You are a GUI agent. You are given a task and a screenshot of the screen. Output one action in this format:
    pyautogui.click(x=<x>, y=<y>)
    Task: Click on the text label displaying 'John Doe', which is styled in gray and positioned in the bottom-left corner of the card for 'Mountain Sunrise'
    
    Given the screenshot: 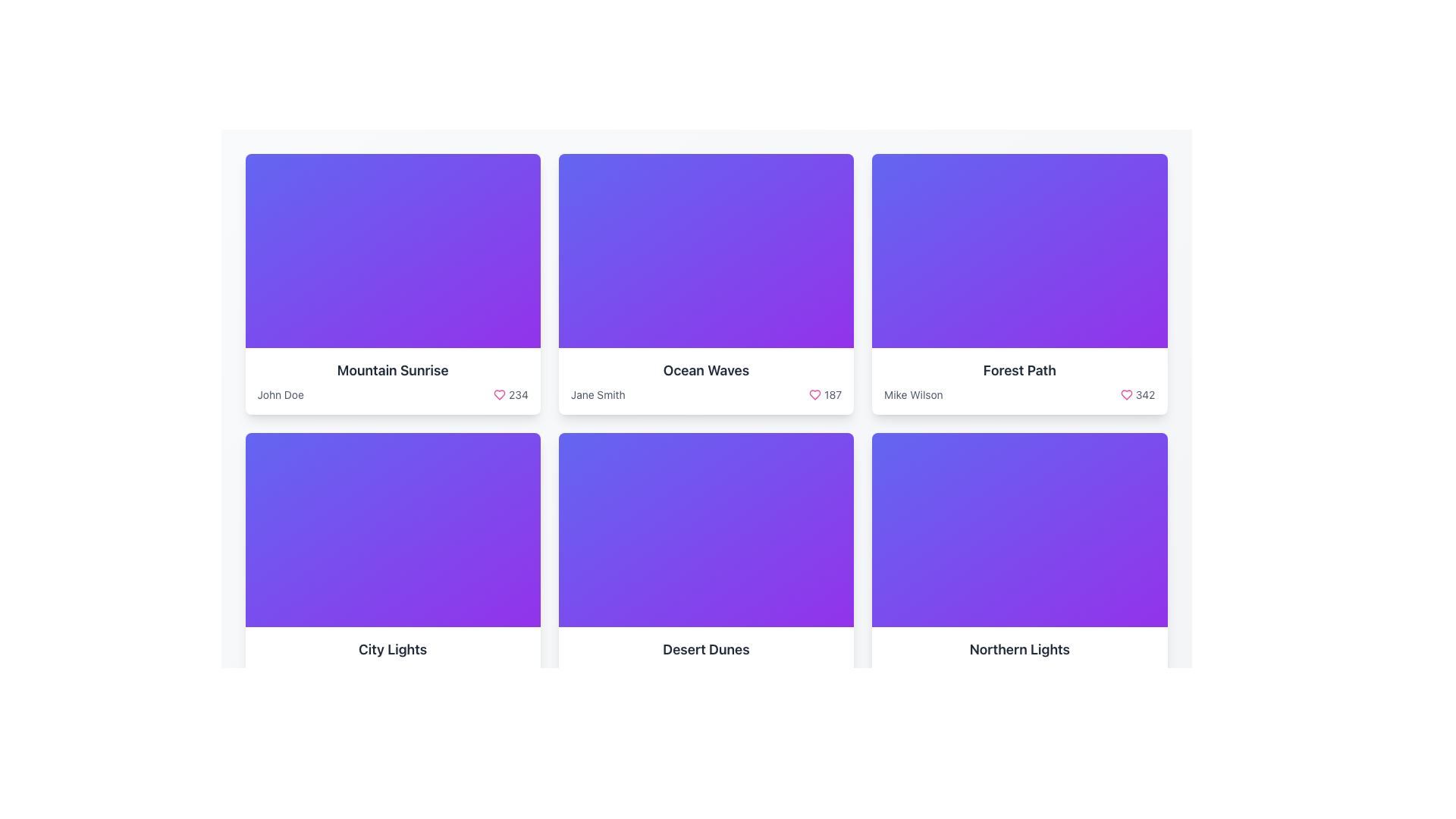 What is the action you would take?
    pyautogui.click(x=281, y=394)
    